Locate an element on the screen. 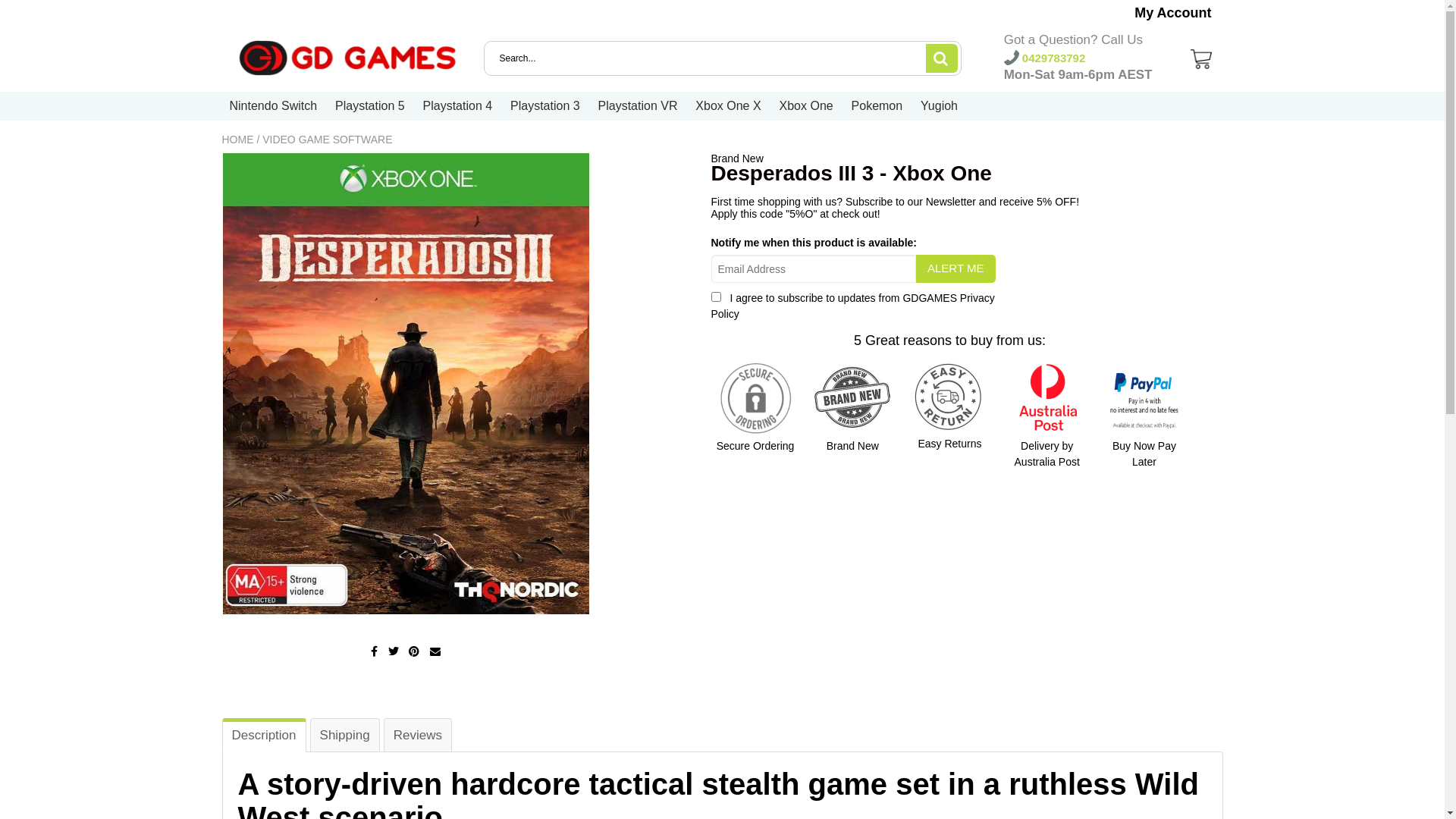 The width and height of the screenshot is (1456, 819). 'Nintendo Switch' is located at coordinates (273, 105).